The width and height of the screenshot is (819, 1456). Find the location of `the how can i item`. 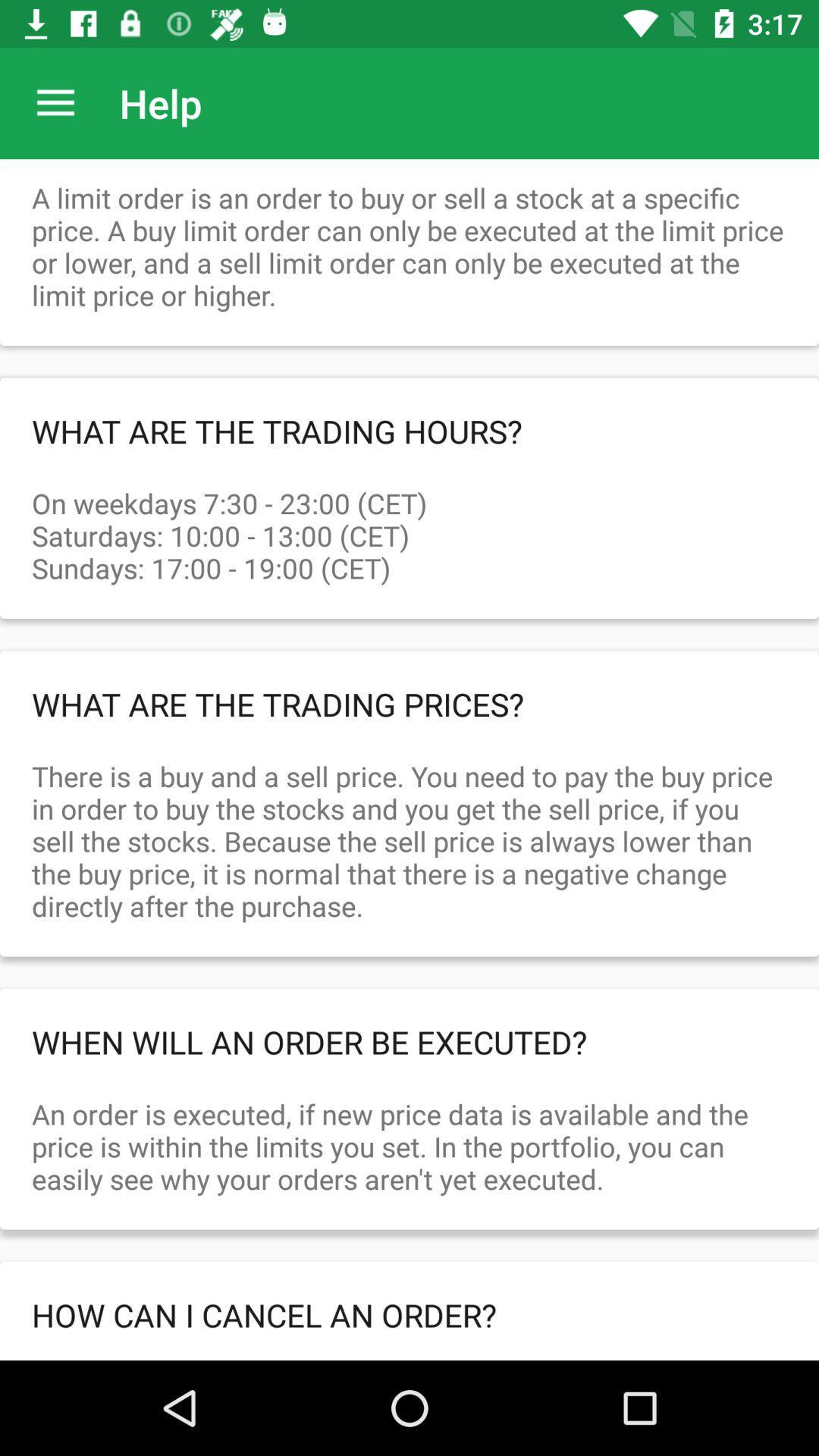

the how can i item is located at coordinates (409, 1313).